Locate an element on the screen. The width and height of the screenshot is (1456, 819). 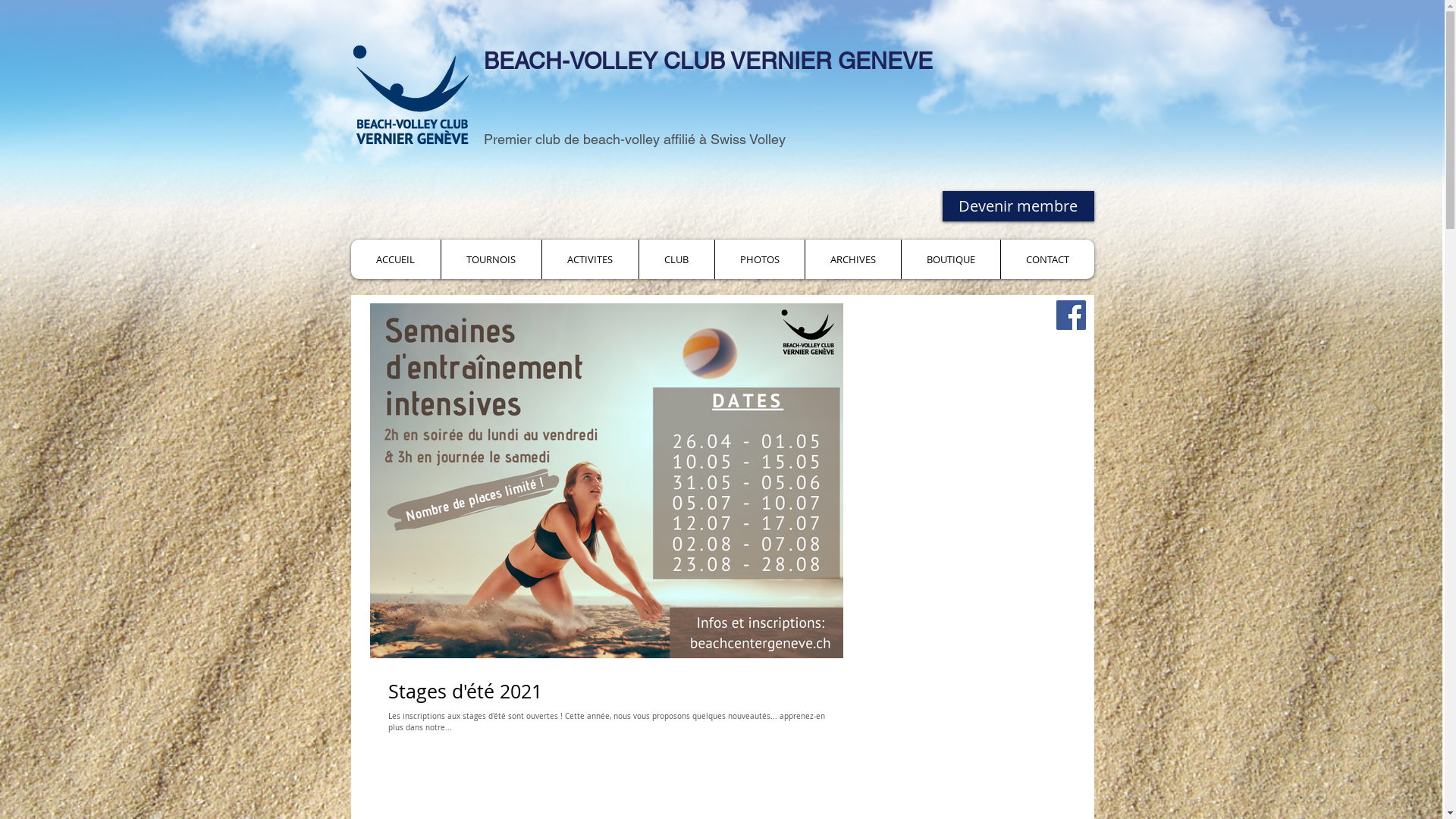
'Devenir membre' is located at coordinates (941, 206).